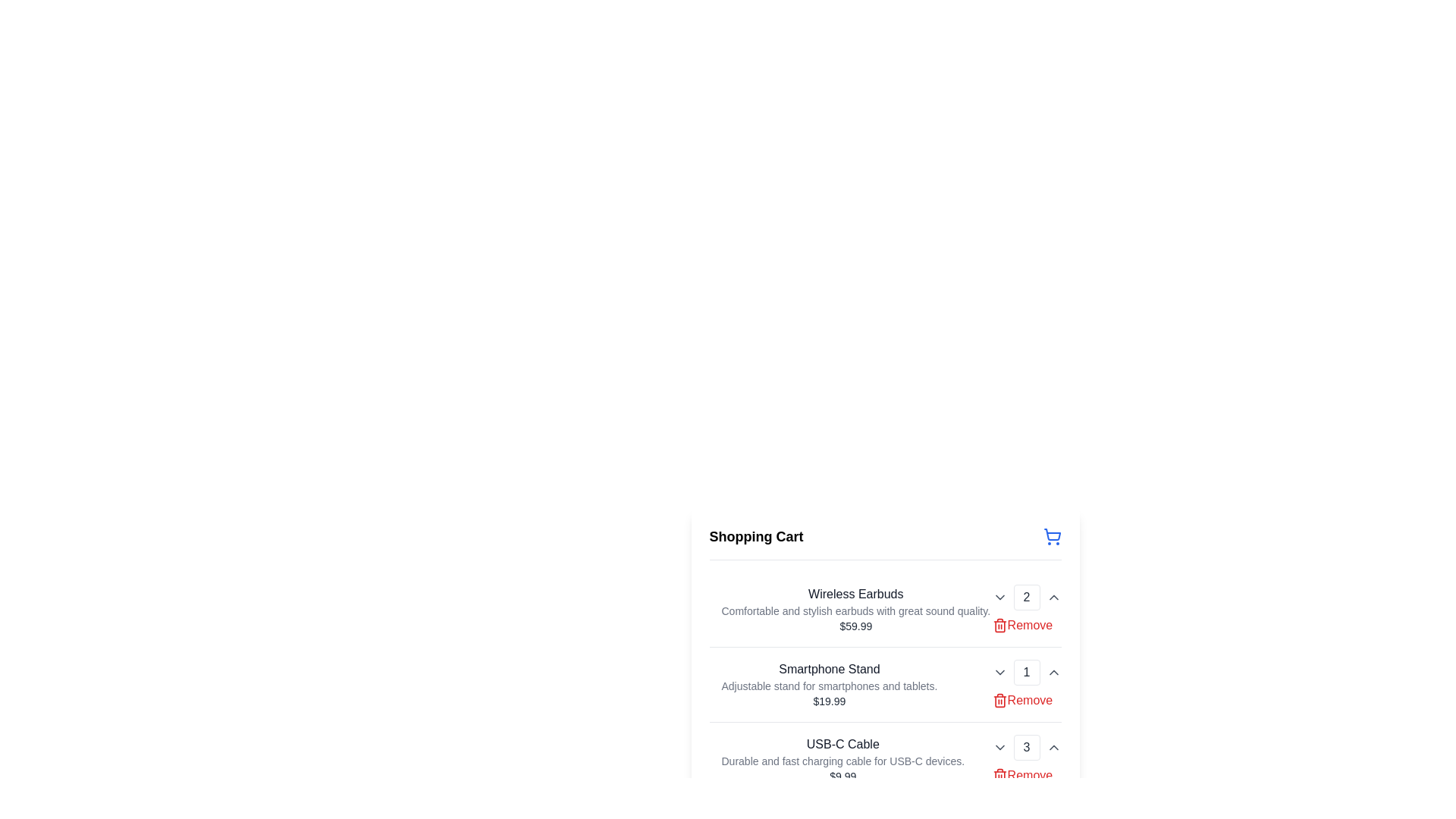 This screenshot has height=819, width=1456. Describe the element at coordinates (829, 669) in the screenshot. I see `the text label 'Smartphone Stand' which is displayed in bold text and is the first item in the shopping cart list` at that location.